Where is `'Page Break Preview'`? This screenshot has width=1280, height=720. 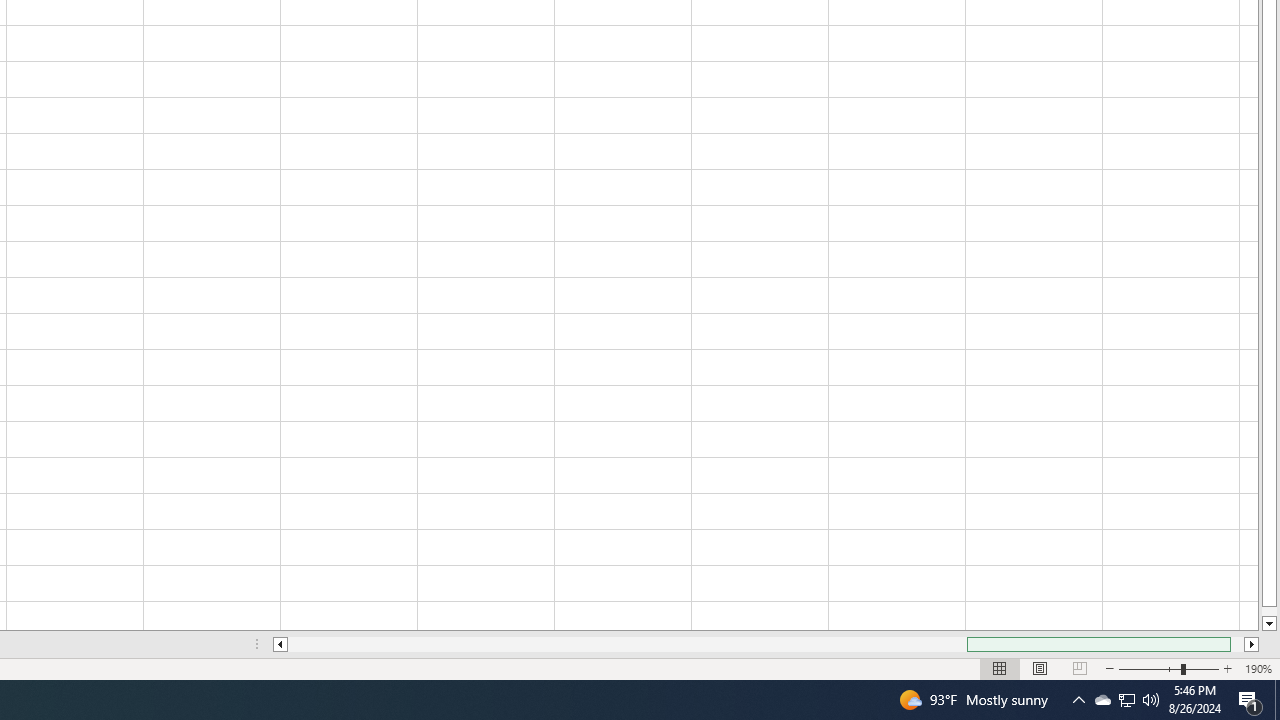
'Page Break Preview' is located at coordinates (1078, 669).